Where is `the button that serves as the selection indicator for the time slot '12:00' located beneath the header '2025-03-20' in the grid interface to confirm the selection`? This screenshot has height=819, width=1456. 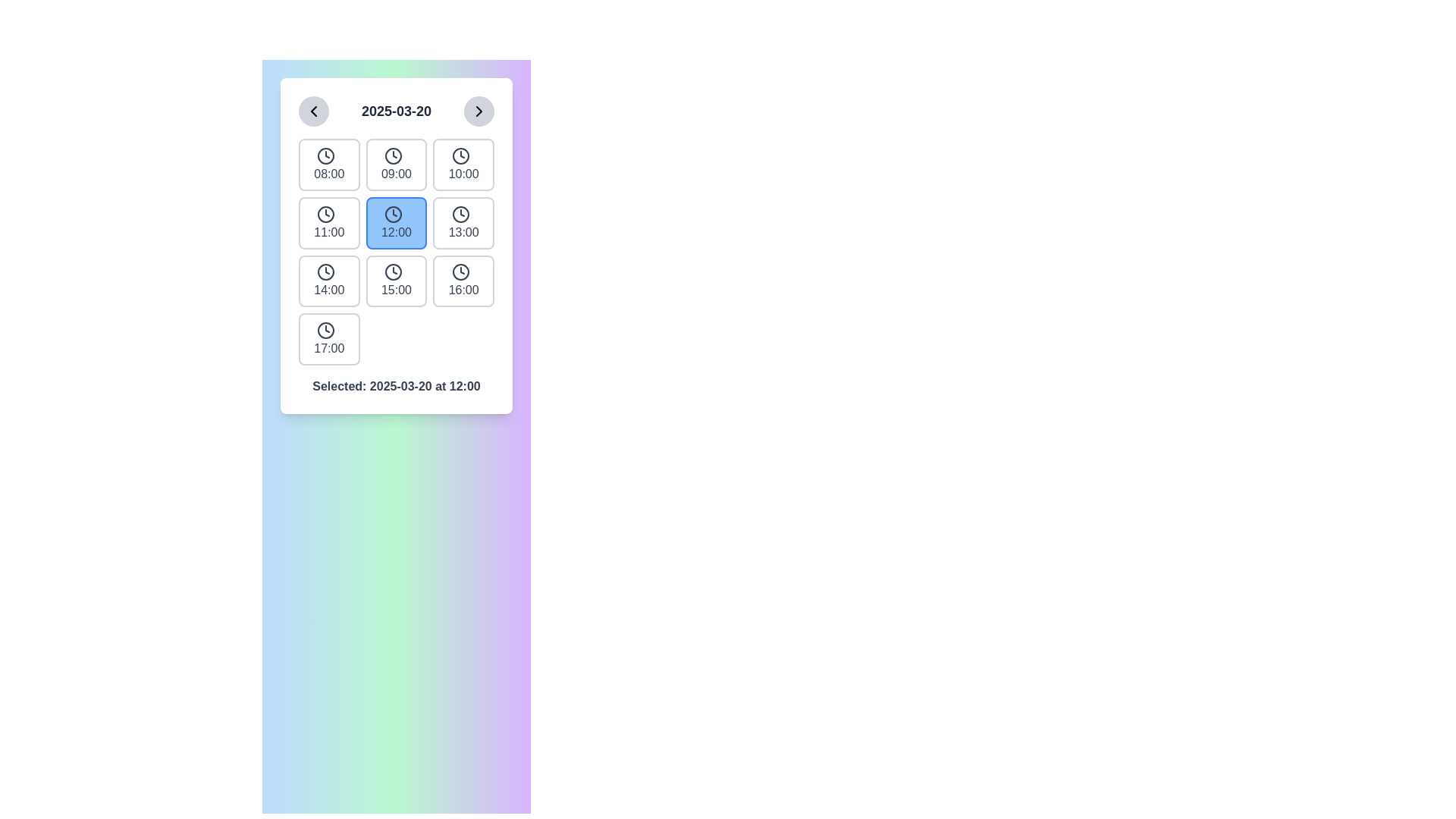
the button that serves as the selection indicator for the time slot '12:00' located beneath the header '2025-03-20' in the grid interface to confirm the selection is located at coordinates (397, 245).